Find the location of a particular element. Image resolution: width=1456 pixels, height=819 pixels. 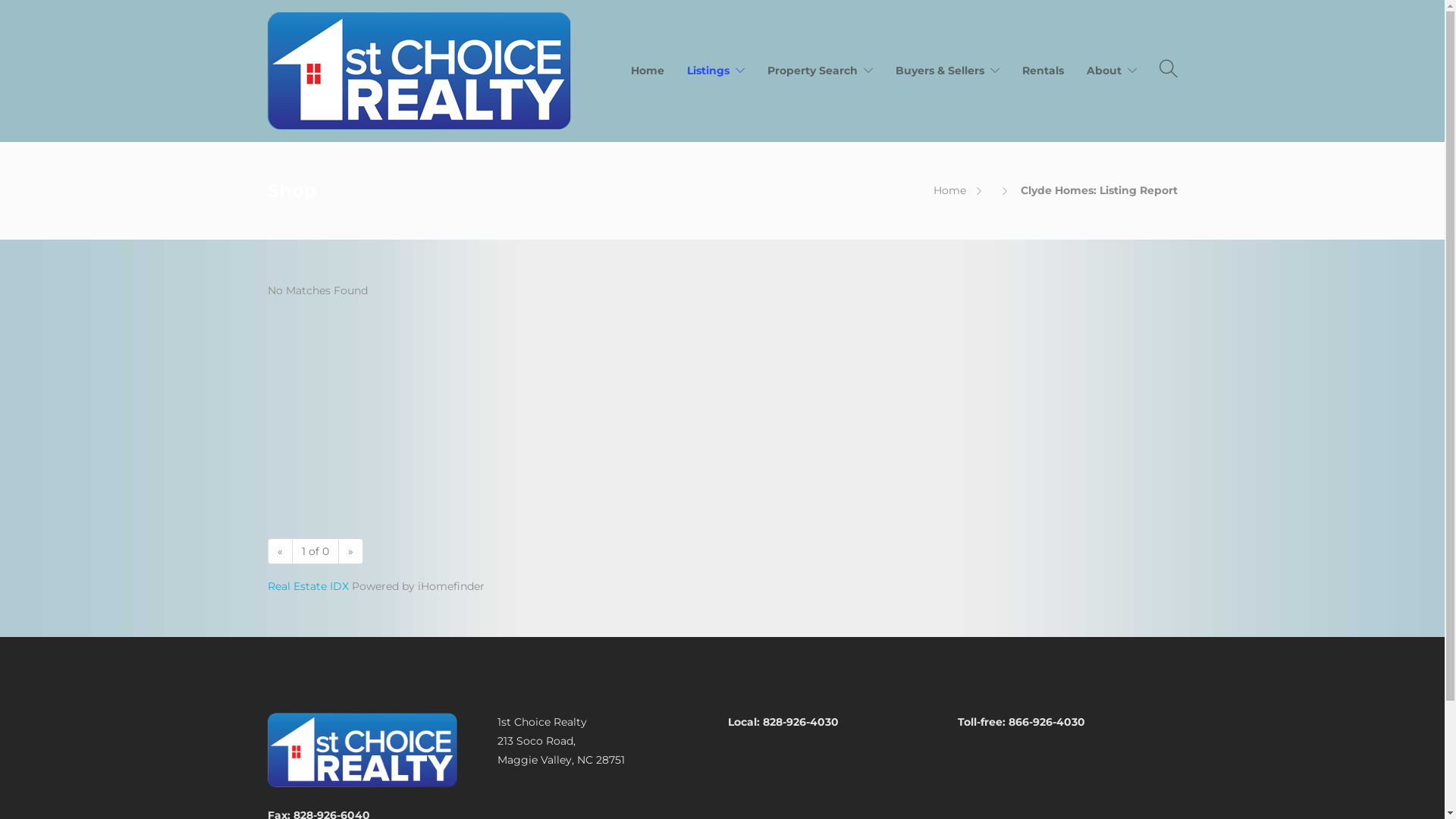

'Rentals' is located at coordinates (1022, 70).